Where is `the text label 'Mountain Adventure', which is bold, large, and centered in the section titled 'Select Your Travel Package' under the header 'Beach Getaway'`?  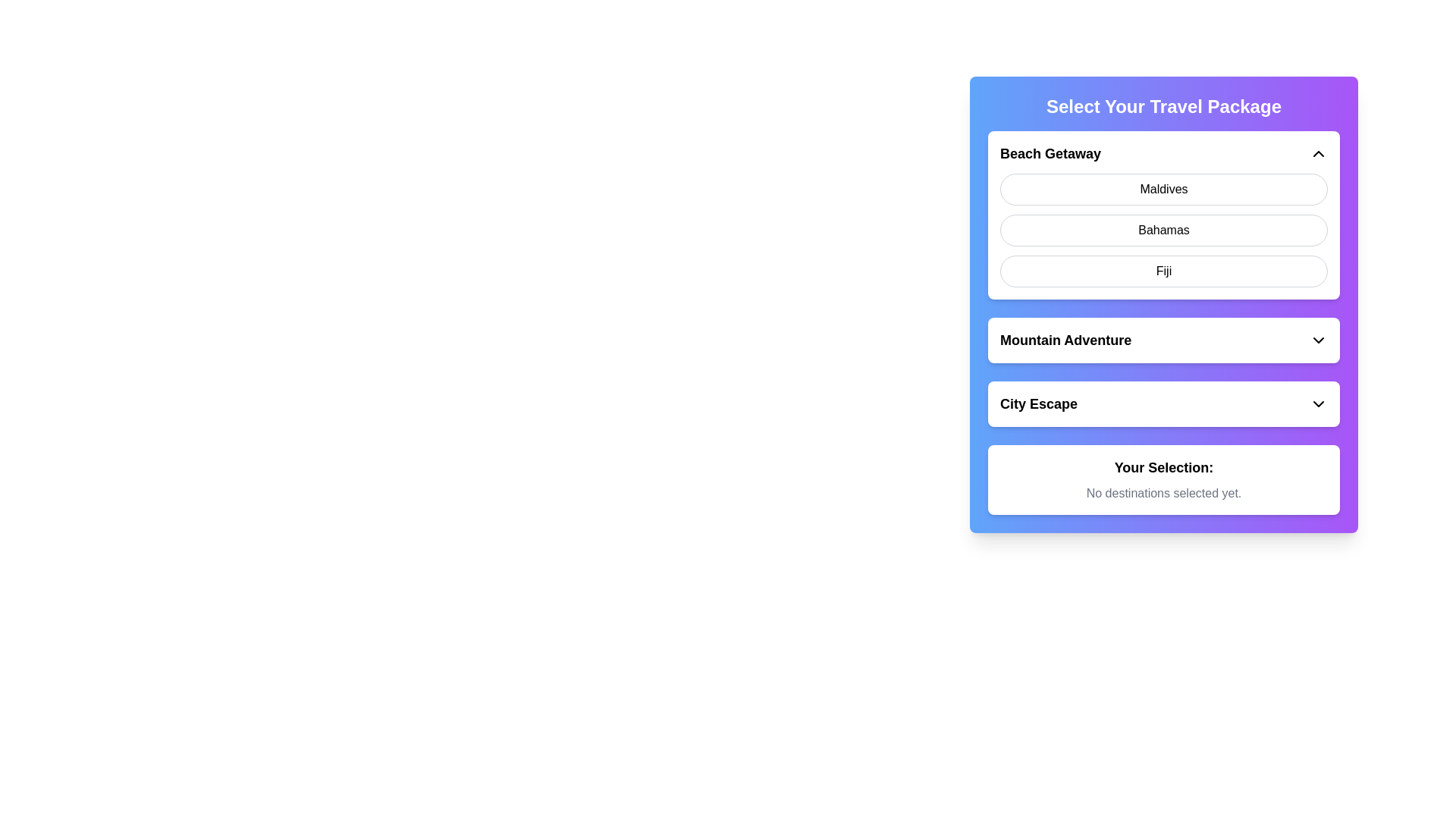 the text label 'Mountain Adventure', which is bold, large, and centered in the section titled 'Select Your Travel Package' under the header 'Beach Getaway' is located at coordinates (1065, 339).